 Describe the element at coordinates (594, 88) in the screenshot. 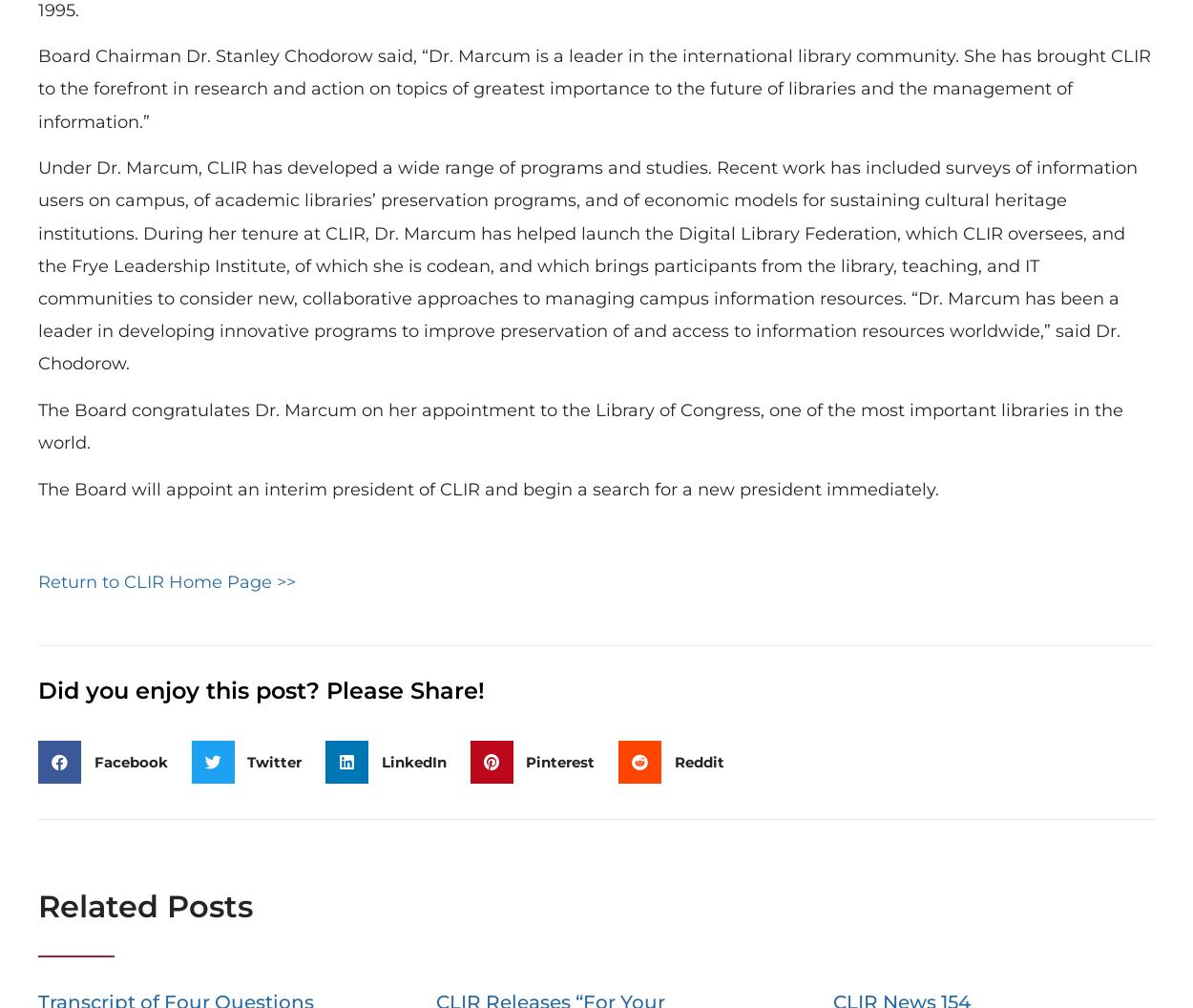

I see `'Board Chairman Dr. Stanley Chodorow said, “Dr. Marcum is a leader in the international library community. She has brought CLIR to the forefront in research and action on topics of greatest importance to the future of libraries and the management of information.”'` at that location.